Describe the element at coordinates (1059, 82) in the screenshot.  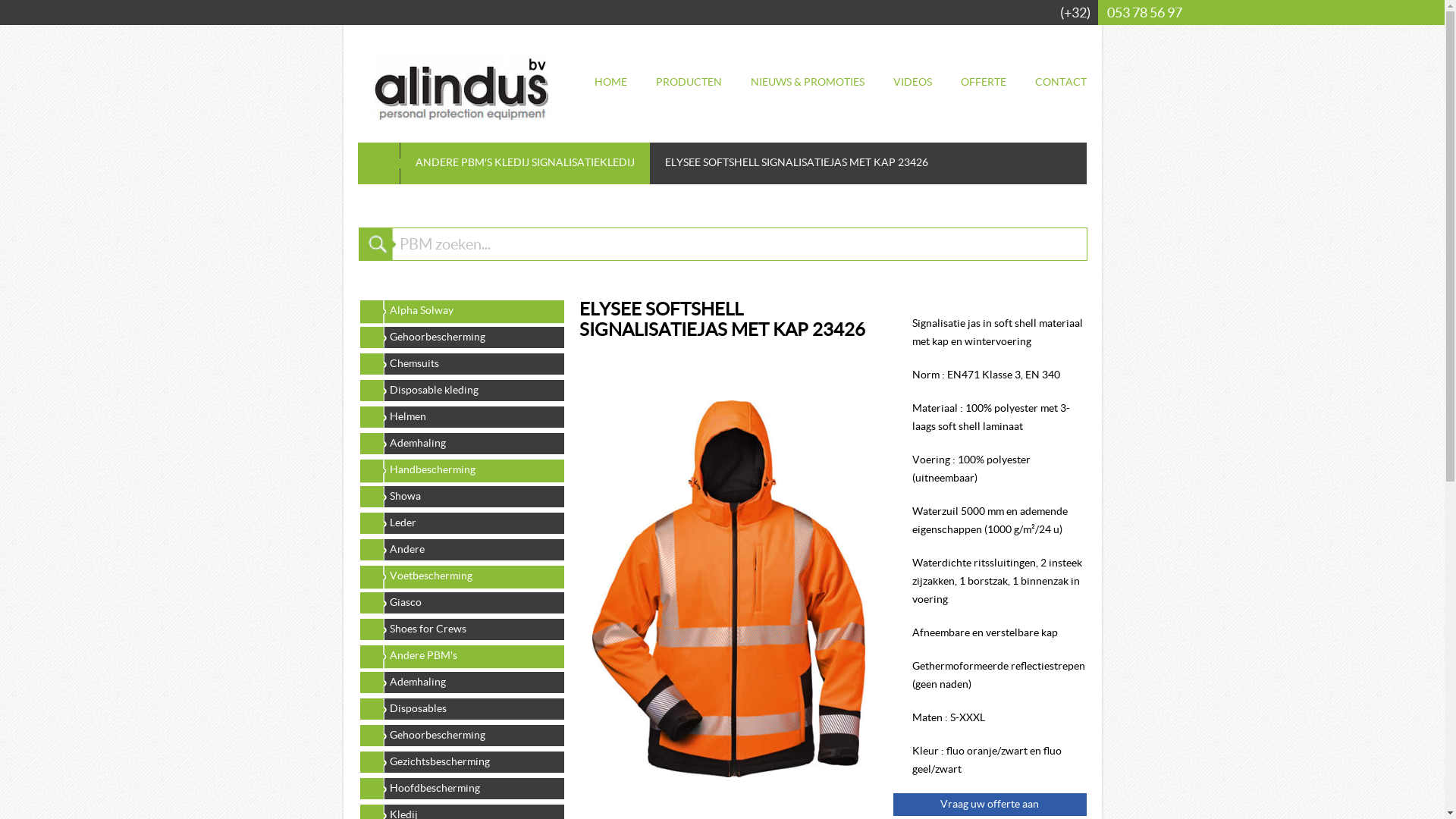
I see `'CONTACT'` at that location.